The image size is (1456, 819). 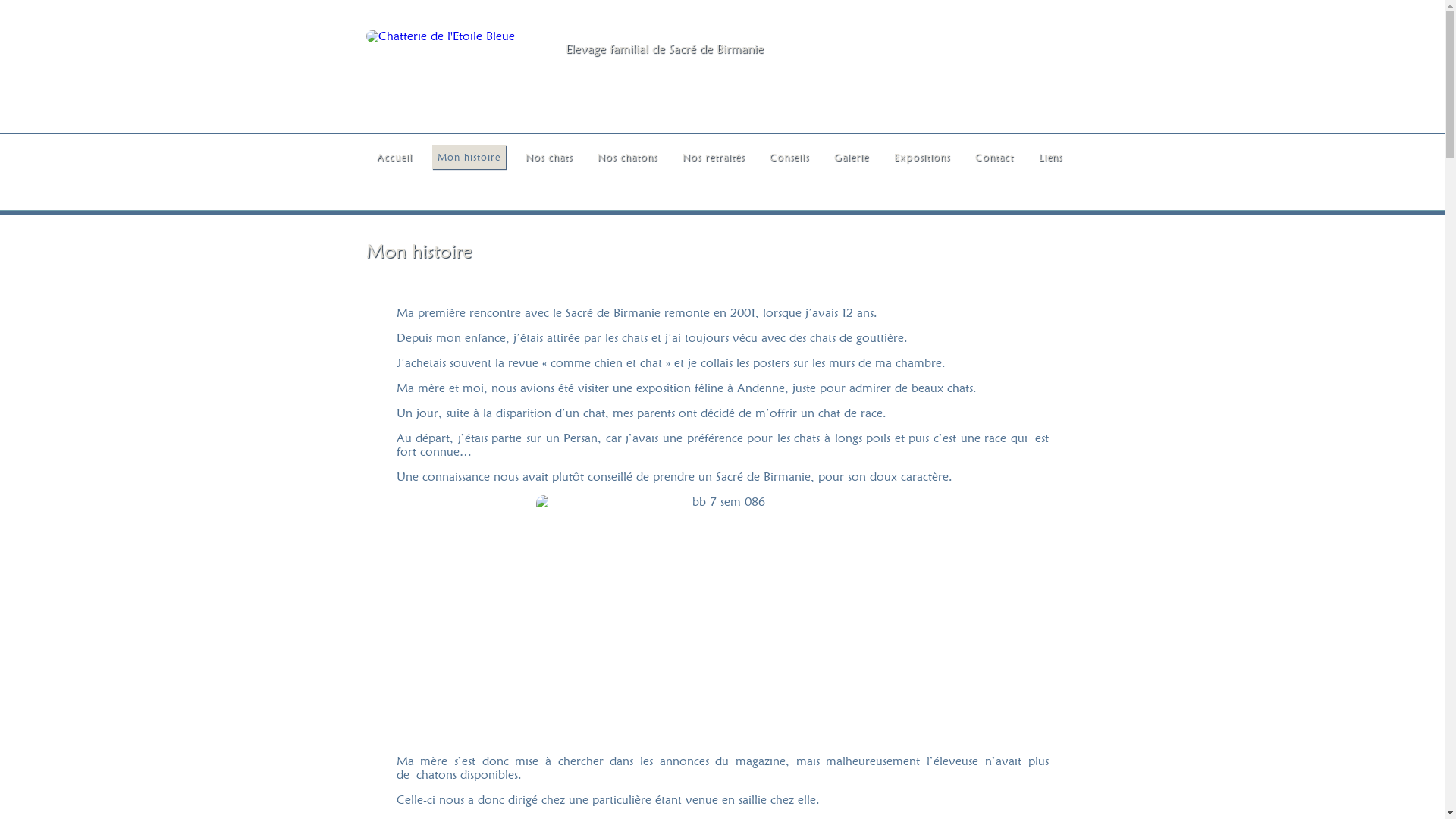 What do you see at coordinates (851, 157) in the screenshot?
I see `'Galerie'` at bounding box center [851, 157].